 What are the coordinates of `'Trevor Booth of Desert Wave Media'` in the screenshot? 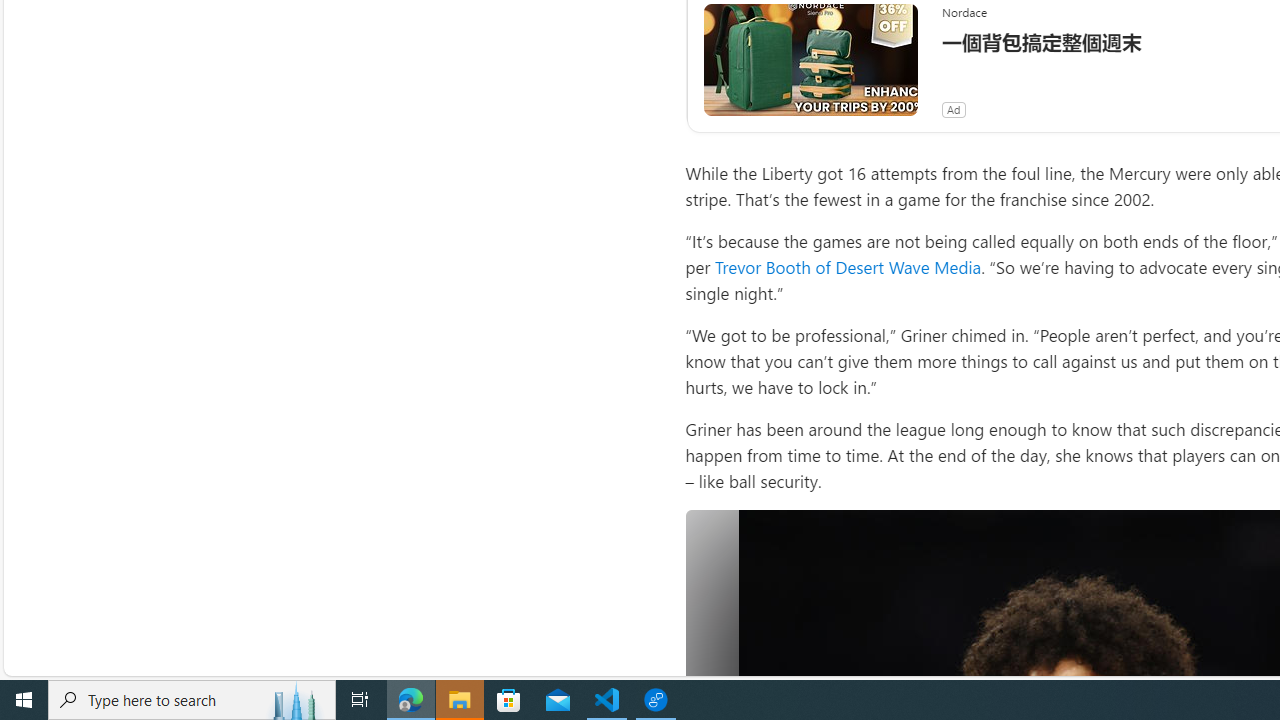 It's located at (848, 266).